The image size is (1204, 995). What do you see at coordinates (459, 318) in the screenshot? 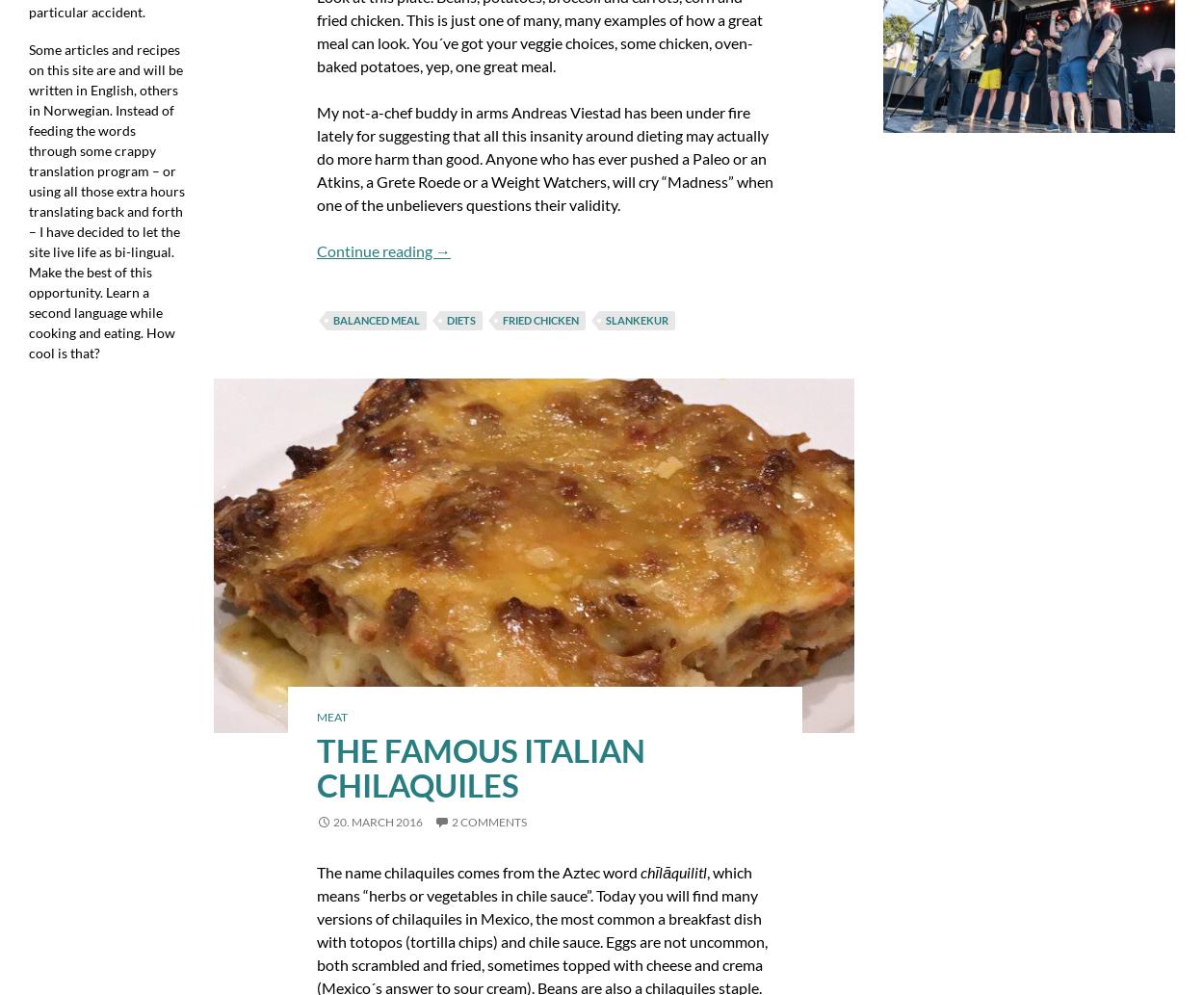
I see `'diets'` at bounding box center [459, 318].